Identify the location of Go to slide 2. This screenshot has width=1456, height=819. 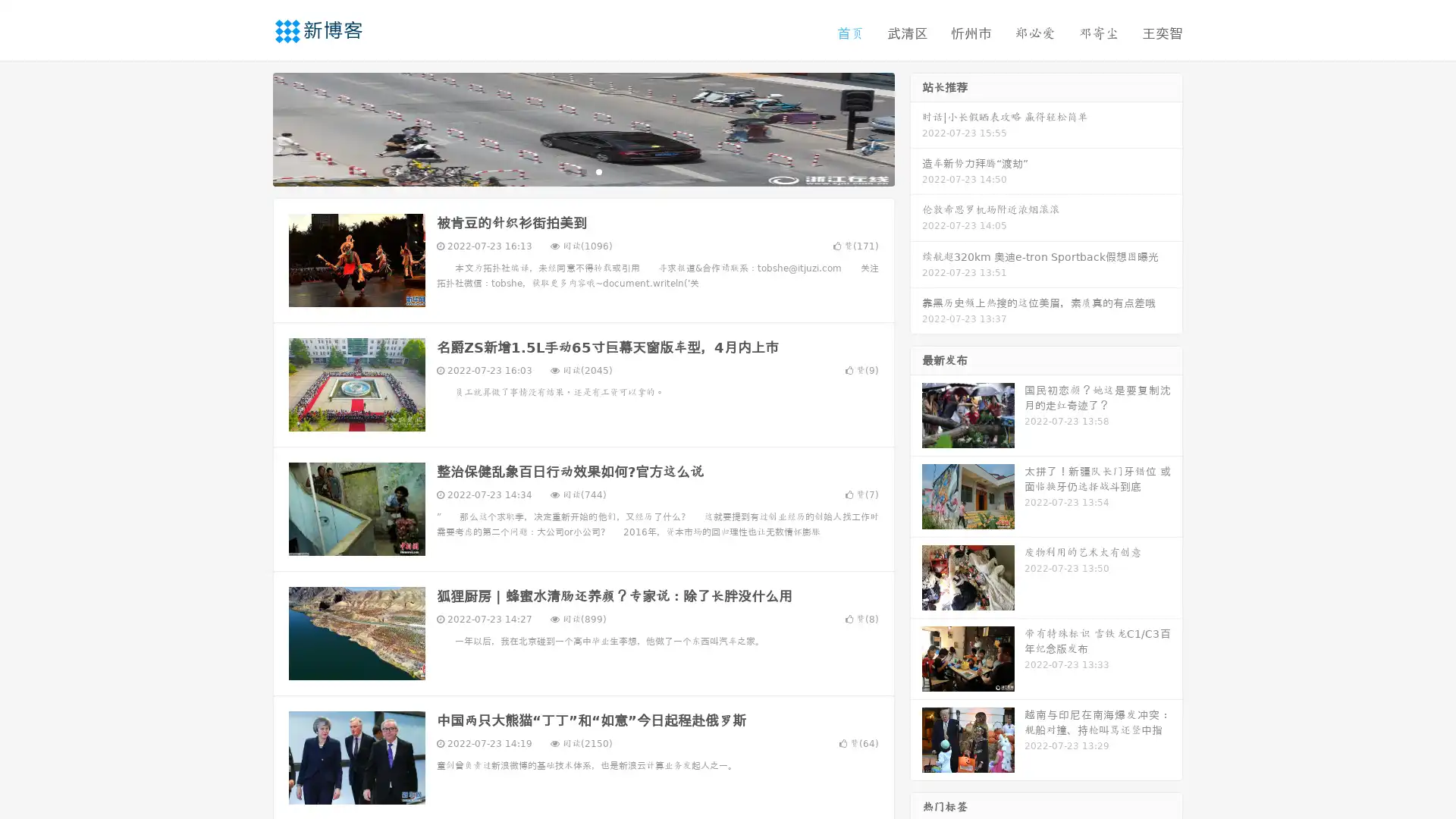
(582, 171).